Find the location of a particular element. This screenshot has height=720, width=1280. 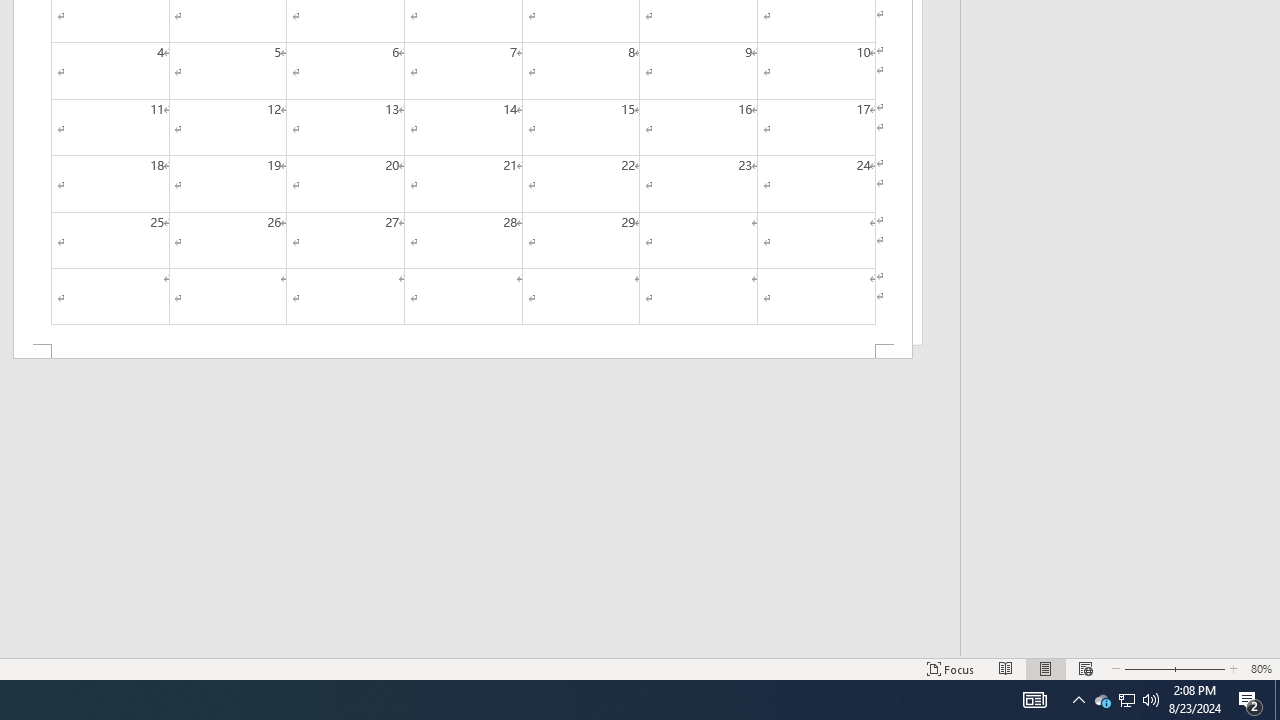

'Zoom Out' is located at coordinates (1143, 669).